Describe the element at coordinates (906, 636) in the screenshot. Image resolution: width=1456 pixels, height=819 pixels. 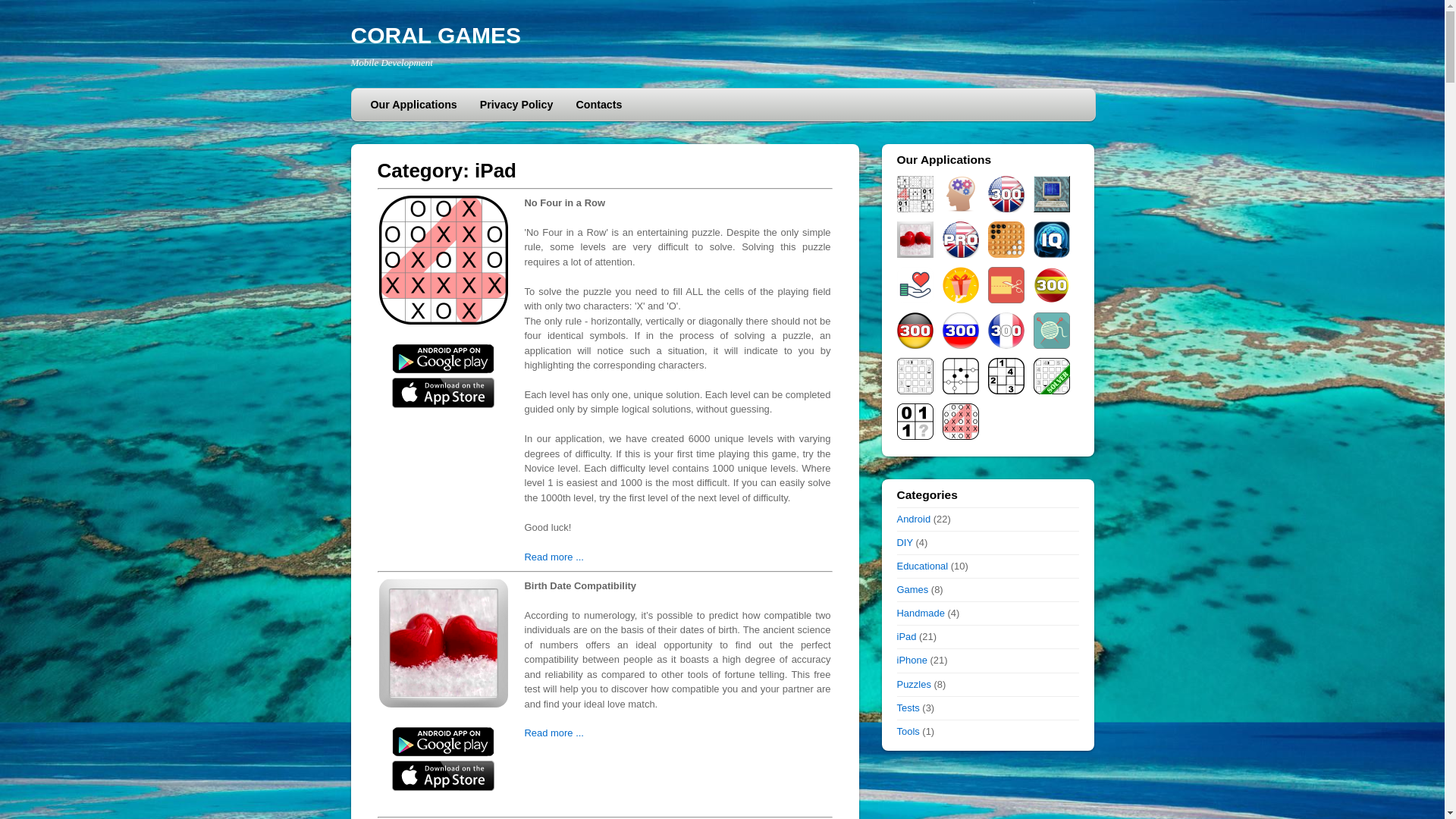
I see `'iPad'` at that location.